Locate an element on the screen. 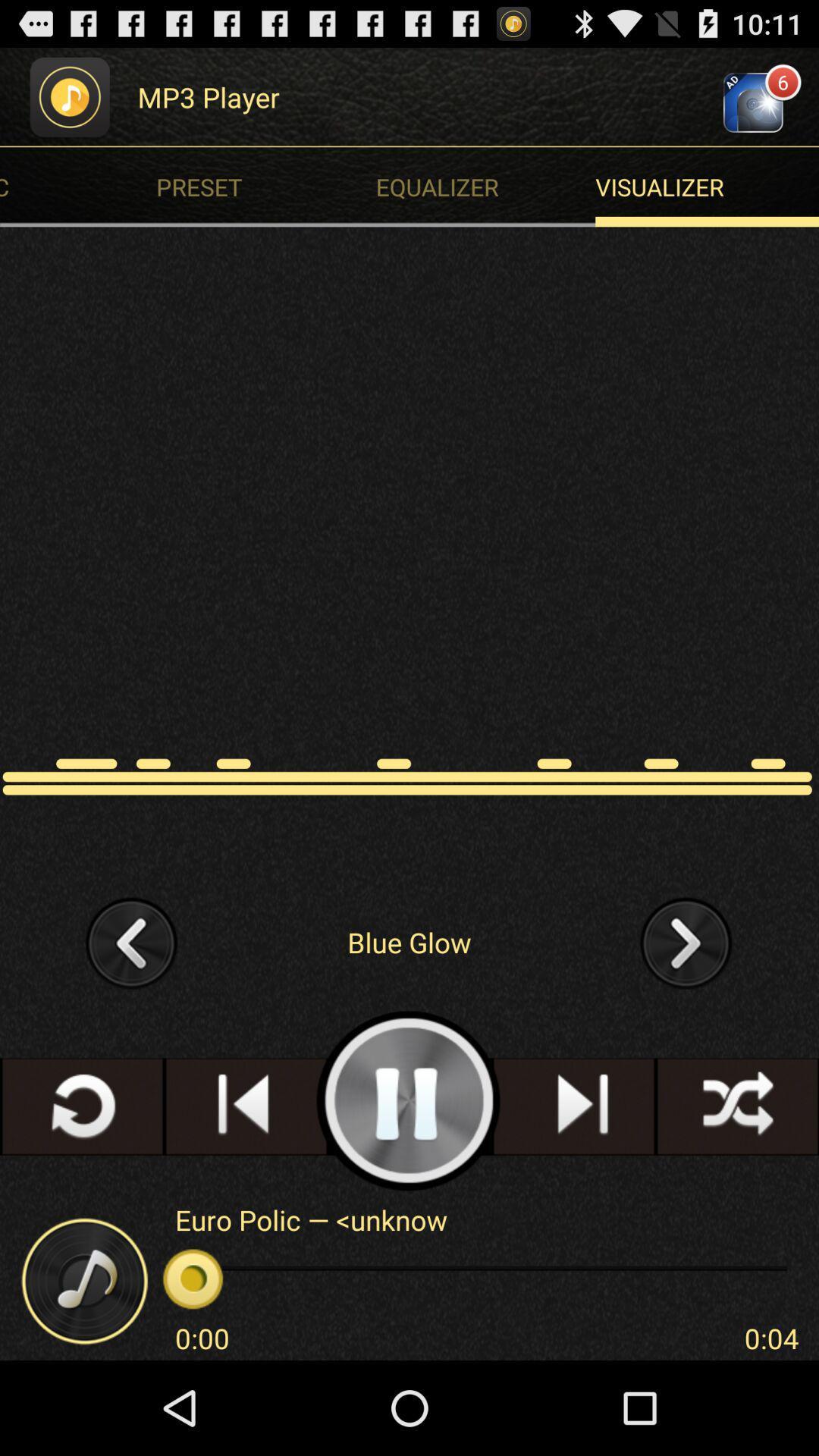  the app below the blue glow item is located at coordinates (408, 1101).